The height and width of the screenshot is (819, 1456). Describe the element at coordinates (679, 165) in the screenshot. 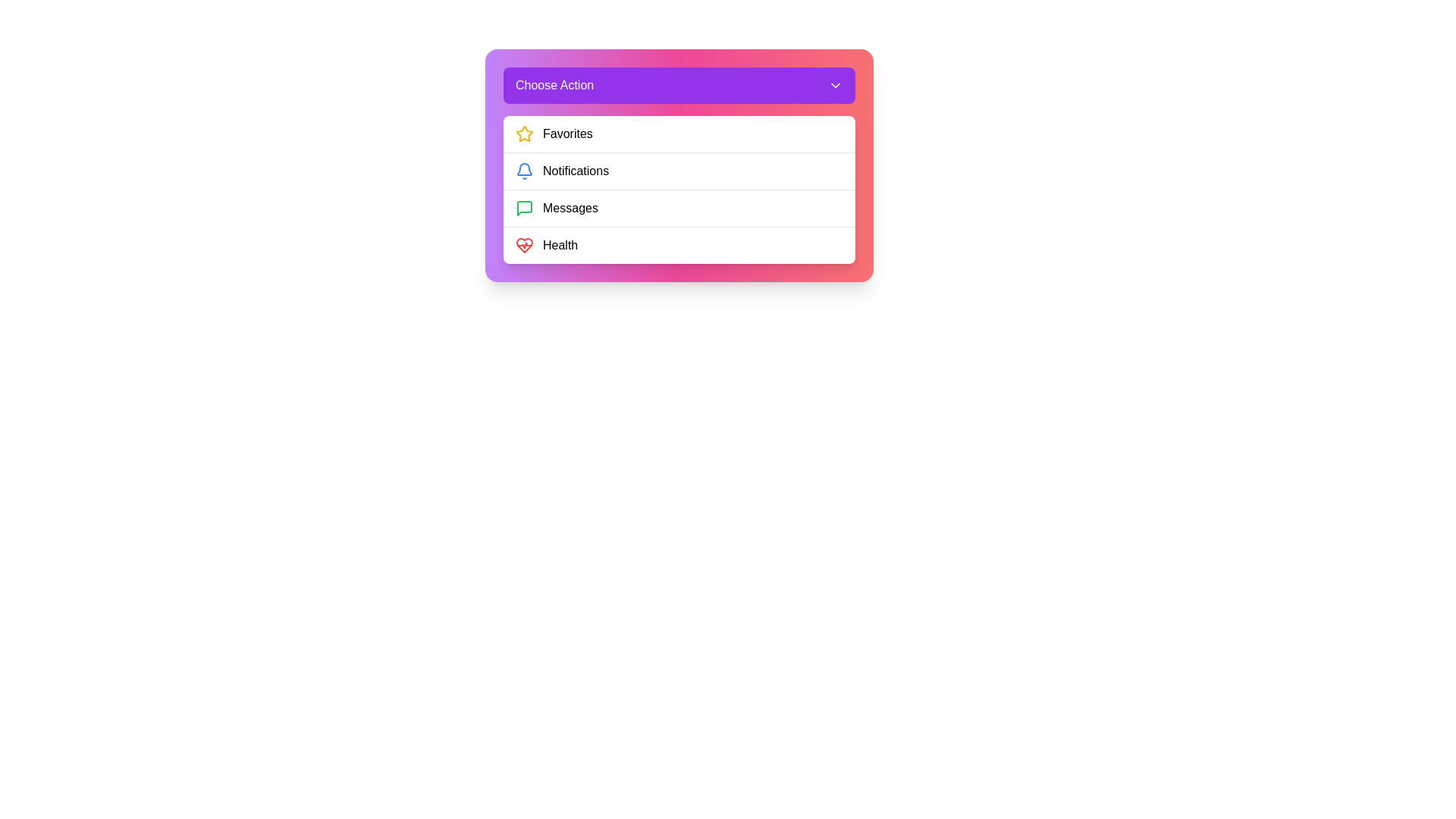

I see `the second list item labeled 'Notifications'` at that location.